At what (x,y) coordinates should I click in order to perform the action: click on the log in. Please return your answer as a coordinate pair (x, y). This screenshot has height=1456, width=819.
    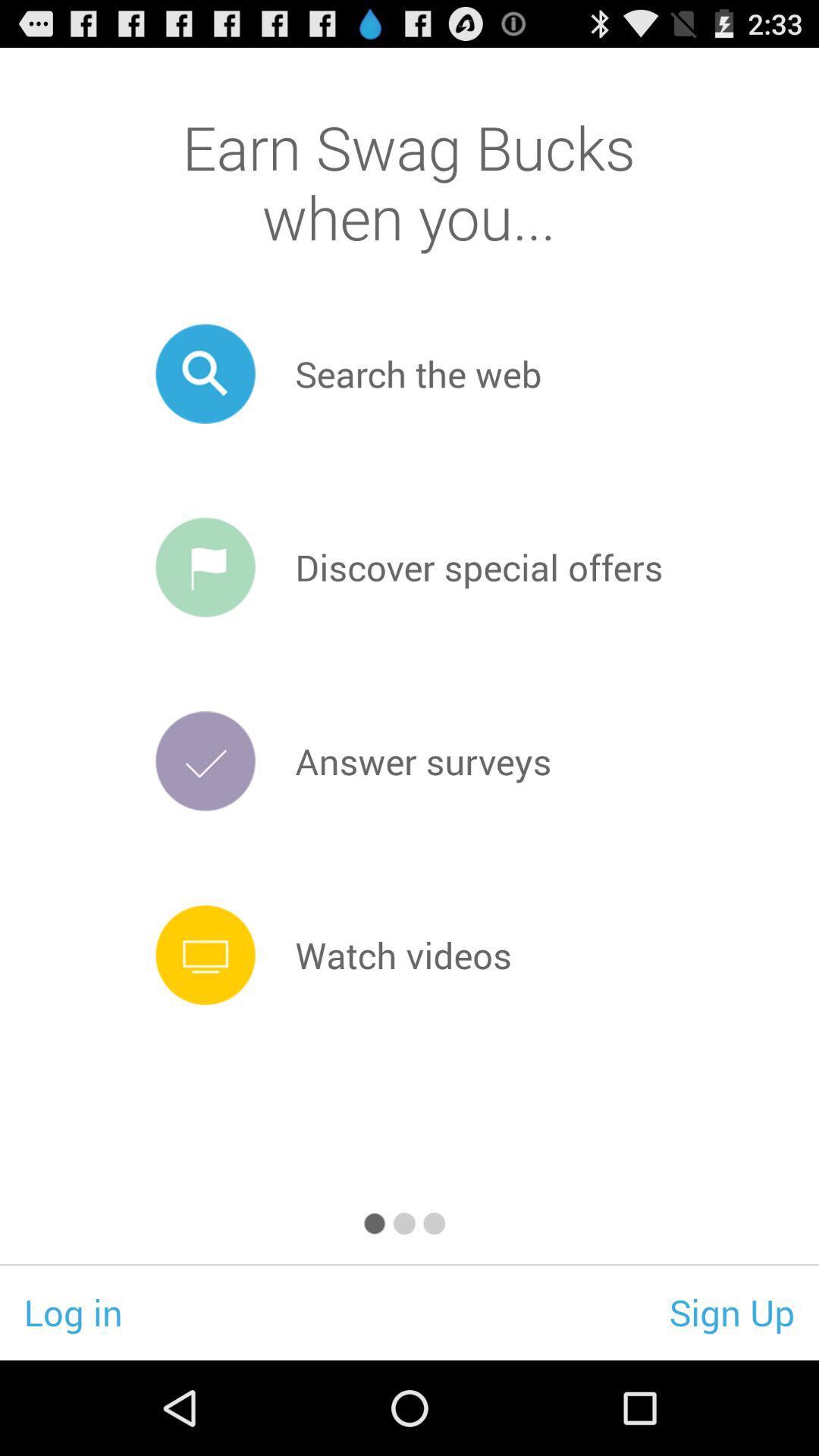
    Looking at the image, I should click on (73, 1311).